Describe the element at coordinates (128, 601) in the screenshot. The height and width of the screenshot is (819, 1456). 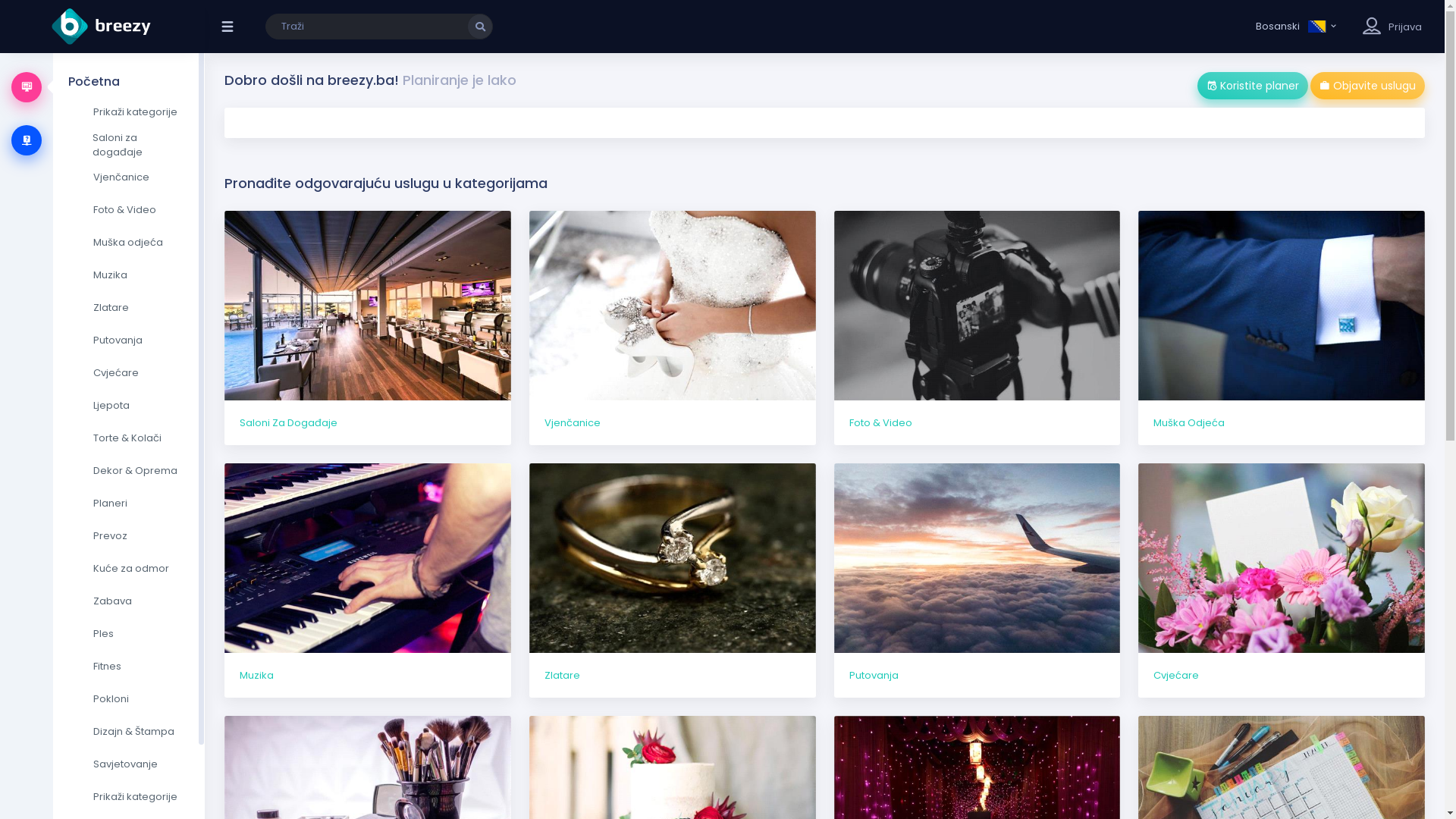
I see `'Zabava'` at that location.